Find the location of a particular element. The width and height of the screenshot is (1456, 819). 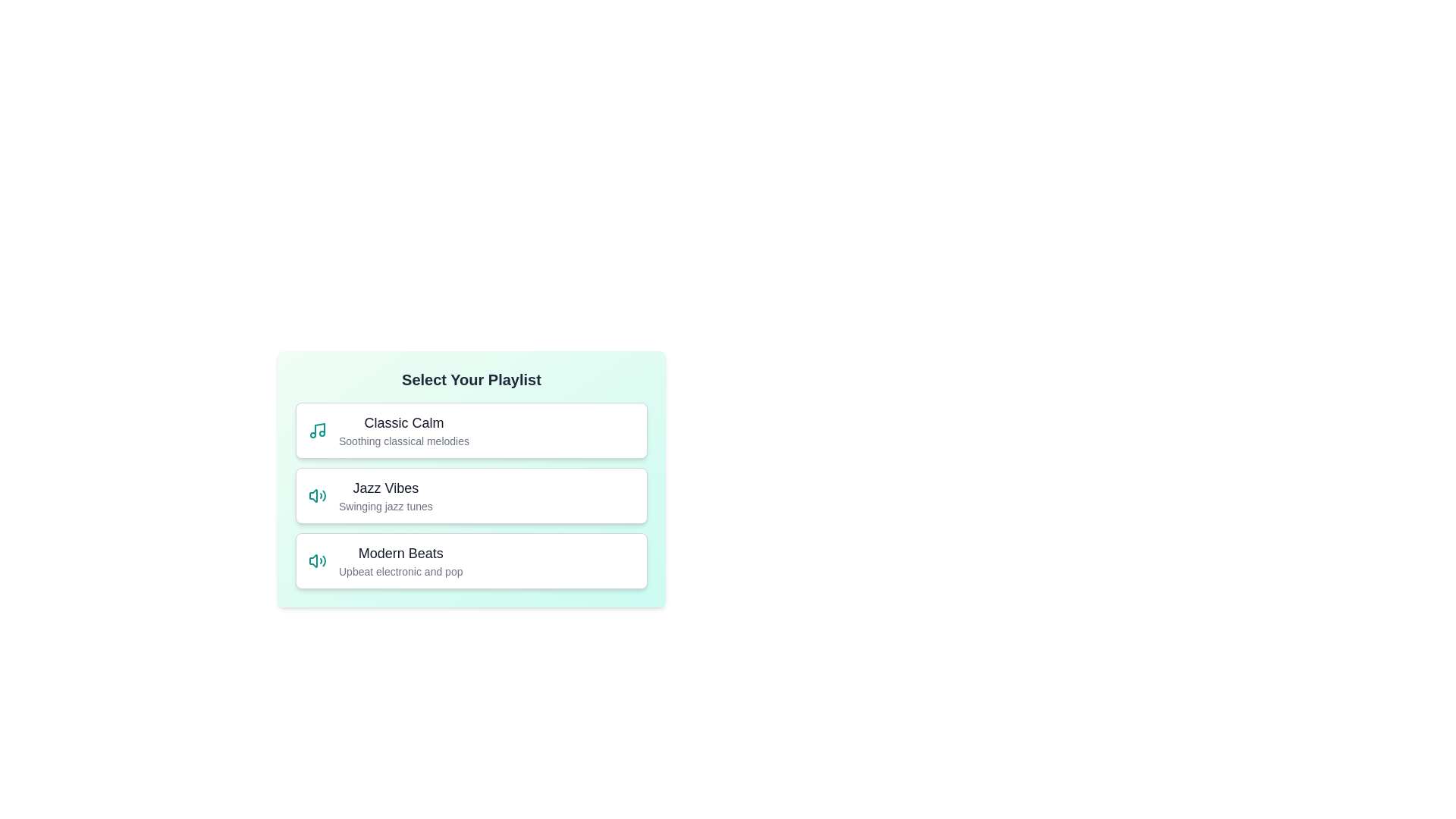

the second selectable card in the playlist selection interface is located at coordinates (471, 479).